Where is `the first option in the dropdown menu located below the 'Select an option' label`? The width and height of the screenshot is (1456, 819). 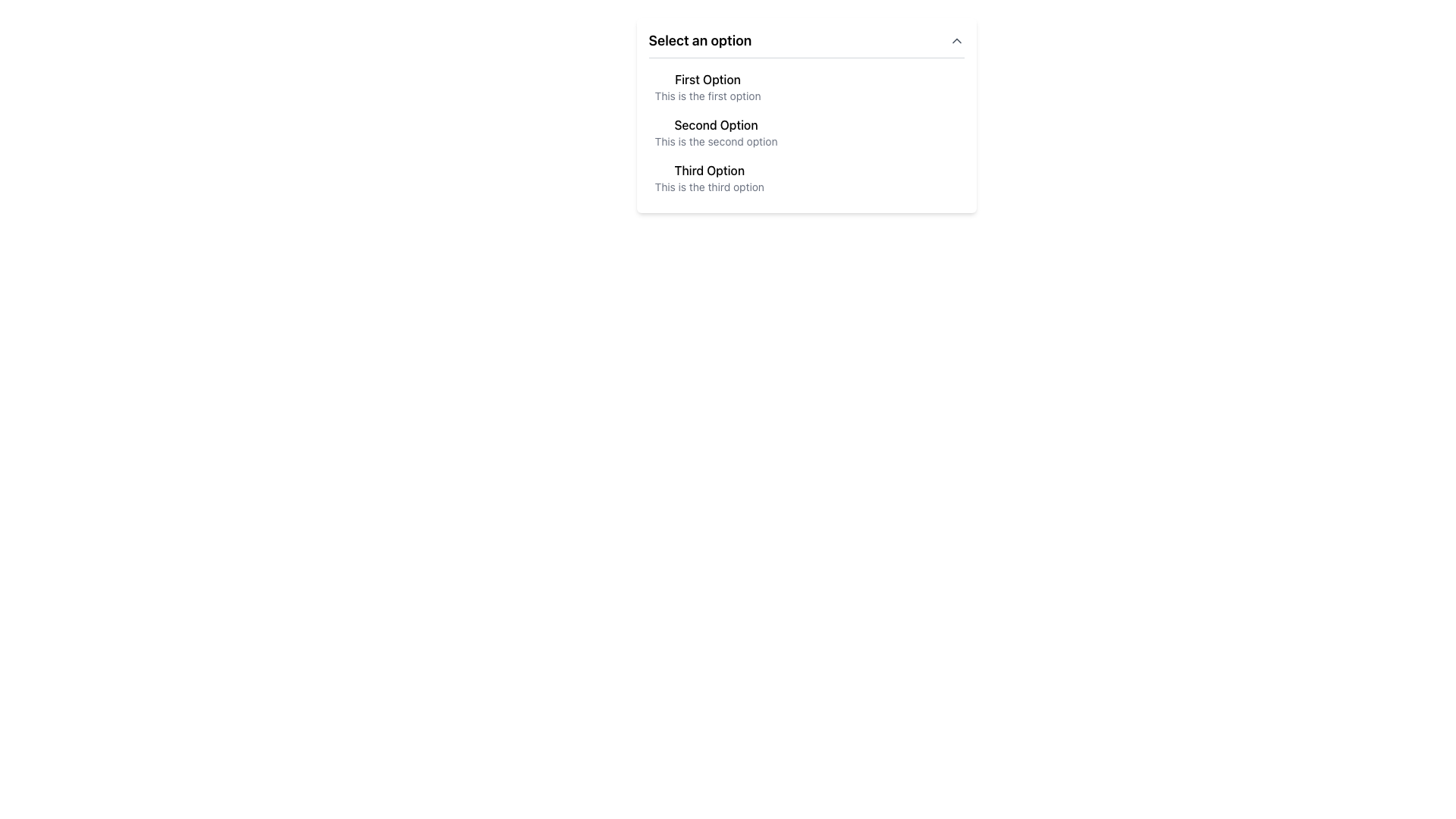
the first option in the dropdown menu located below the 'Select an option' label is located at coordinates (707, 87).